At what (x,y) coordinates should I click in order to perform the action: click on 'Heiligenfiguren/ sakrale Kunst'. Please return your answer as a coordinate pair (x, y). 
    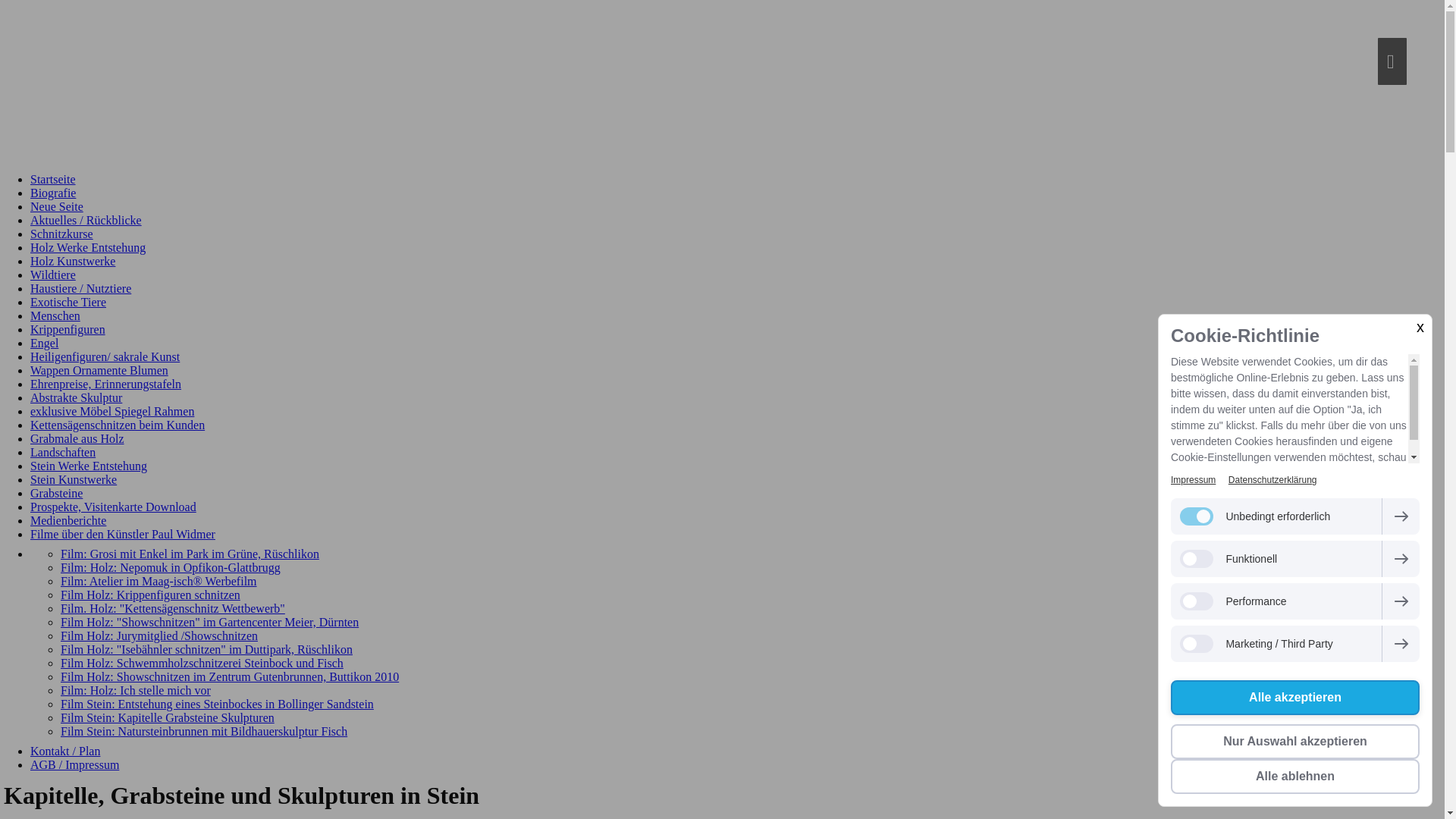
    Looking at the image, I should click on (104, 356).